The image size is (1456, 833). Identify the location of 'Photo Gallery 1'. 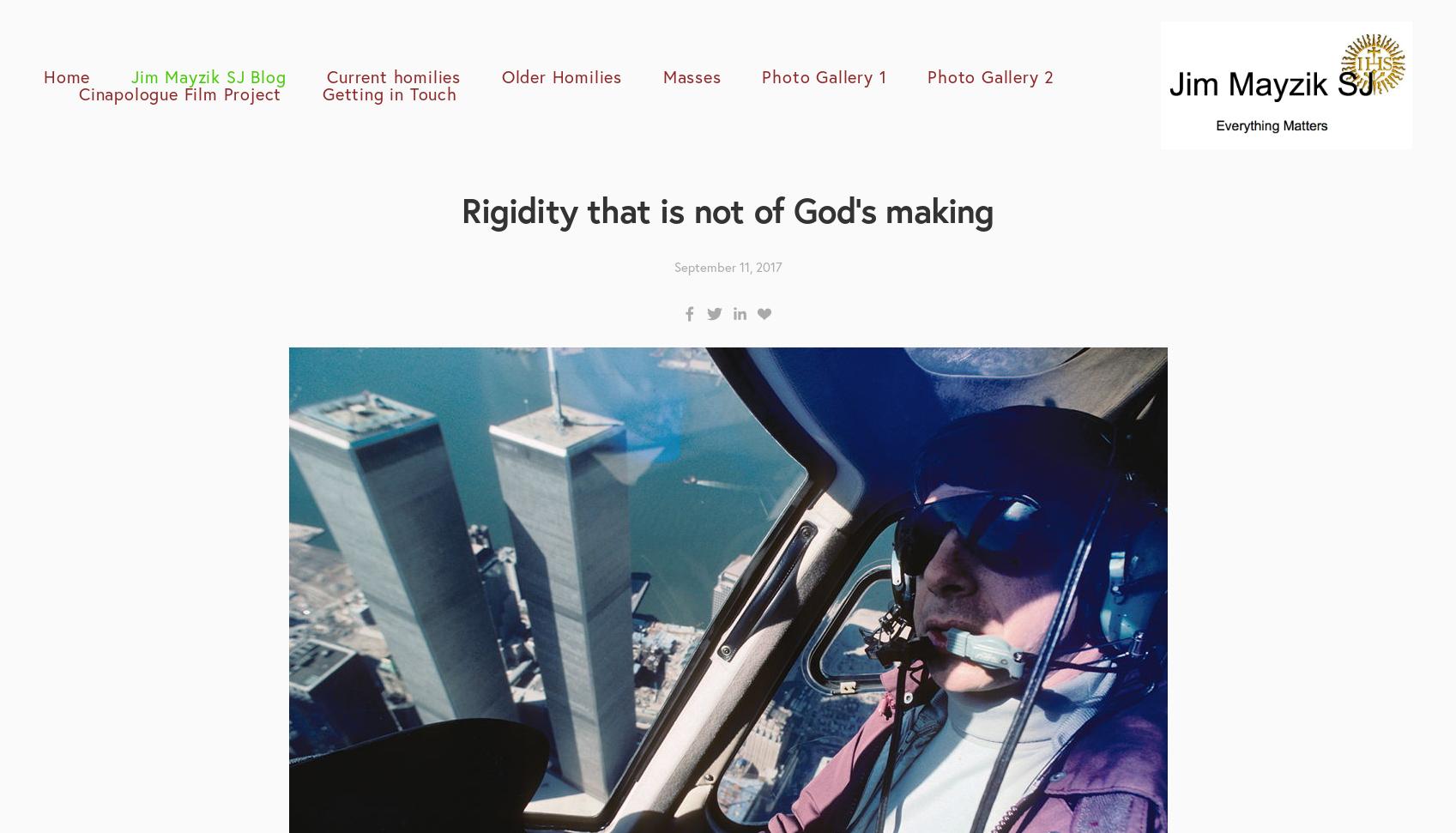
(761, 75).